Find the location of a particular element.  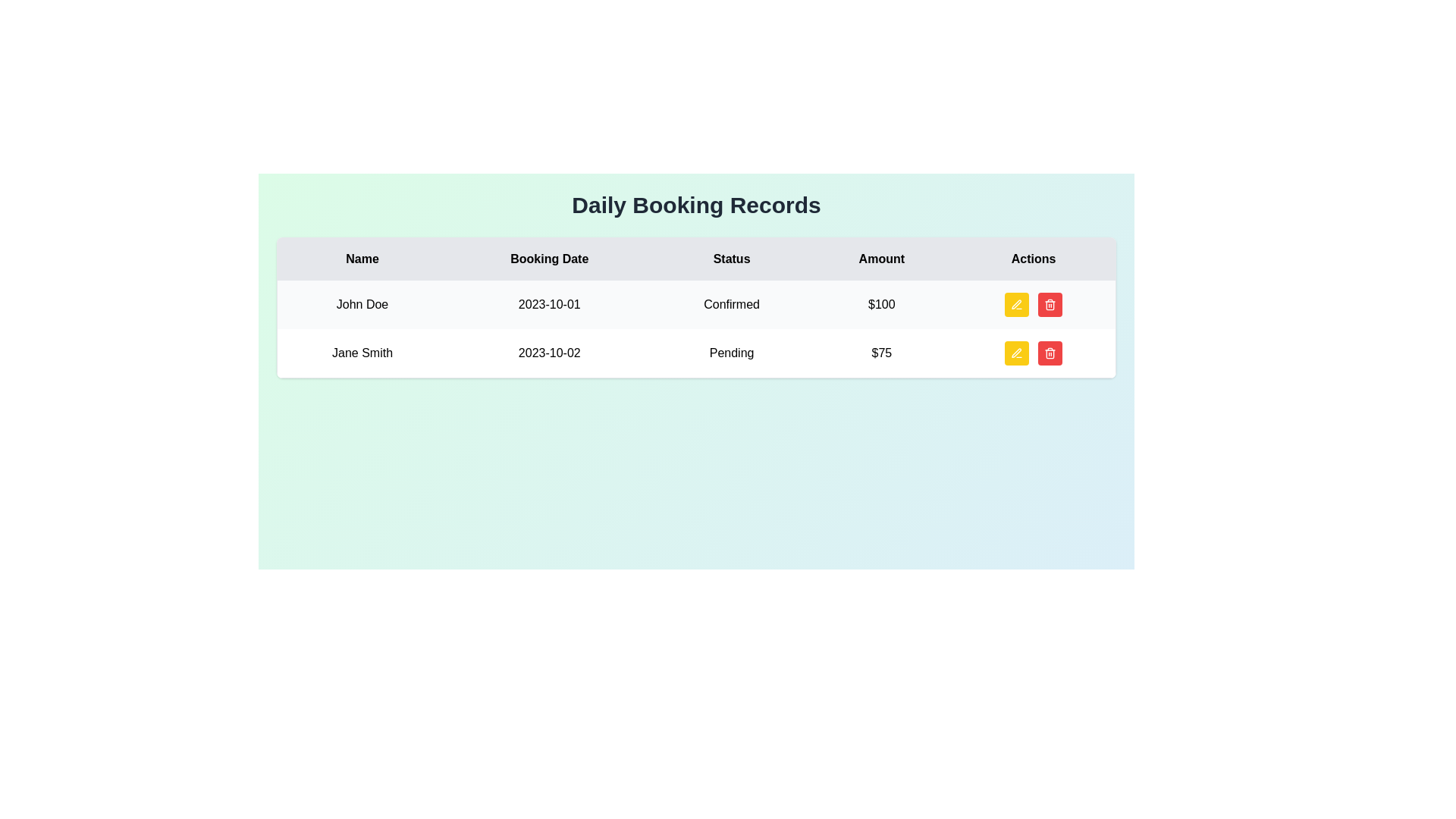

the text heading titled 'Daily Booking Records', which is prominently displayed at the top of its section with a bold style and large font size is located at coordinates (695, 205).